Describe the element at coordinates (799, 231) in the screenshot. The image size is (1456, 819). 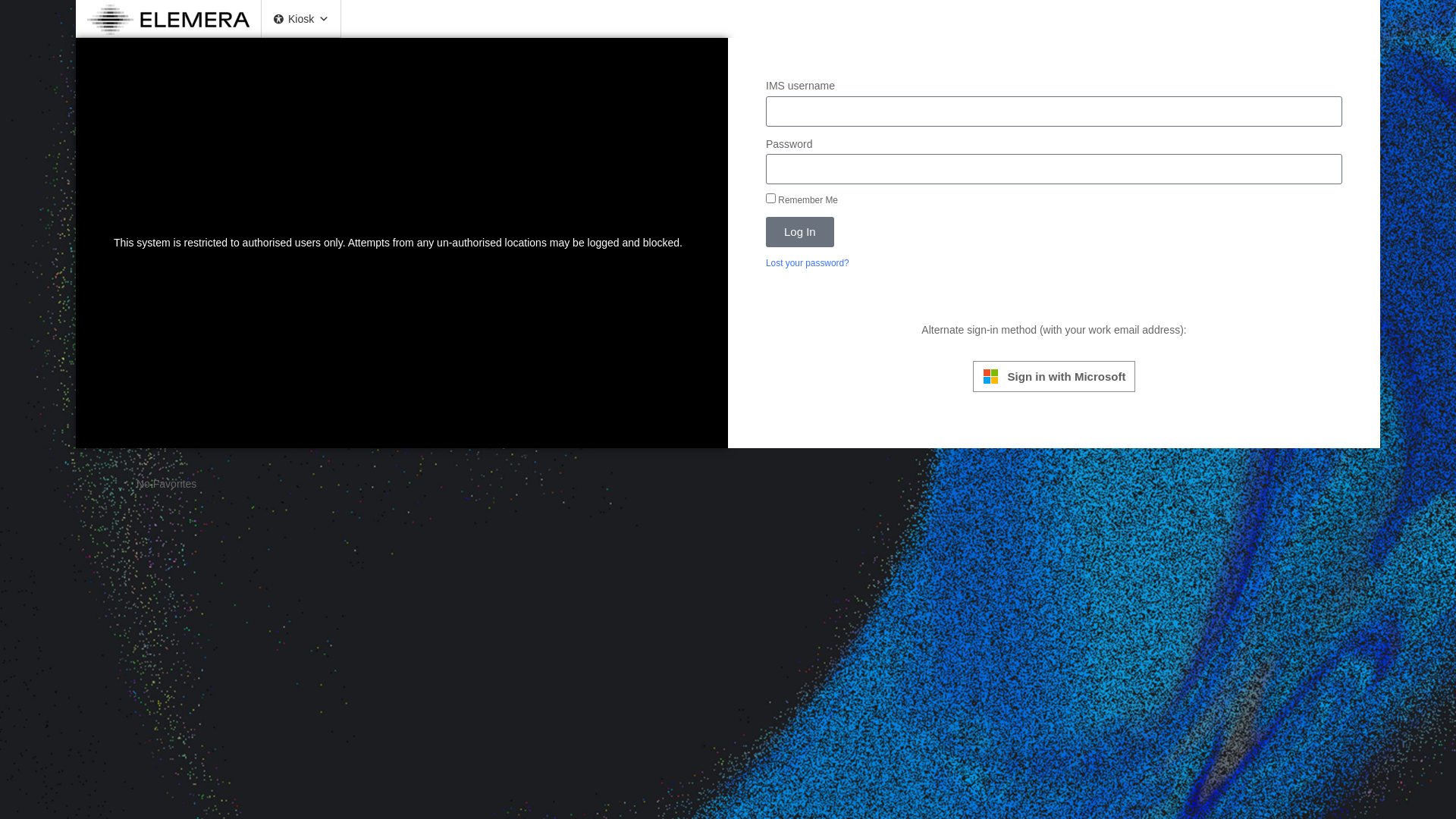
I see `'Log In'` at that location.